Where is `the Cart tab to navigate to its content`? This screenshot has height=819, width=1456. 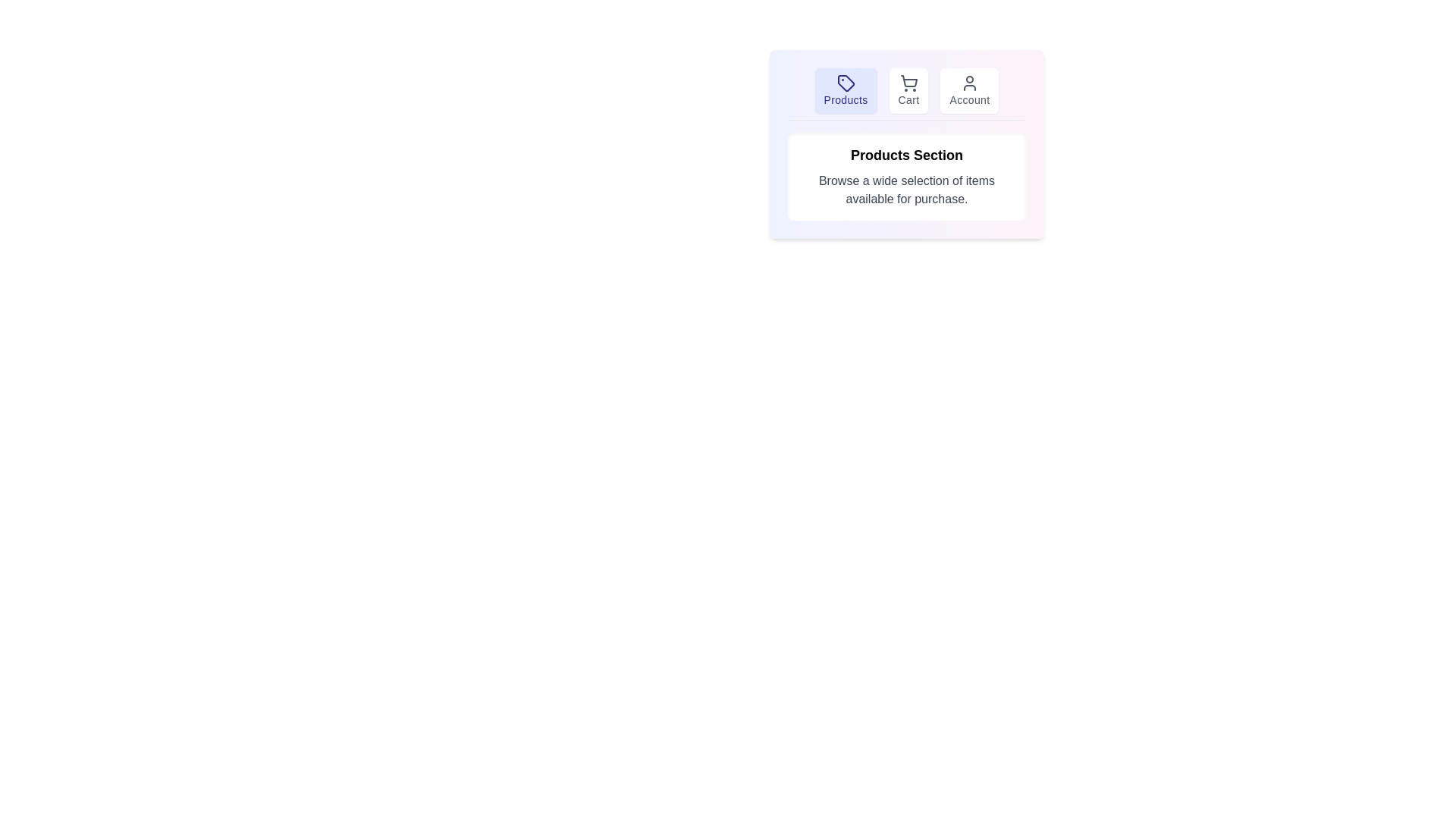
the Cart tab to navigate to its content is located at coordinates (908, 90).